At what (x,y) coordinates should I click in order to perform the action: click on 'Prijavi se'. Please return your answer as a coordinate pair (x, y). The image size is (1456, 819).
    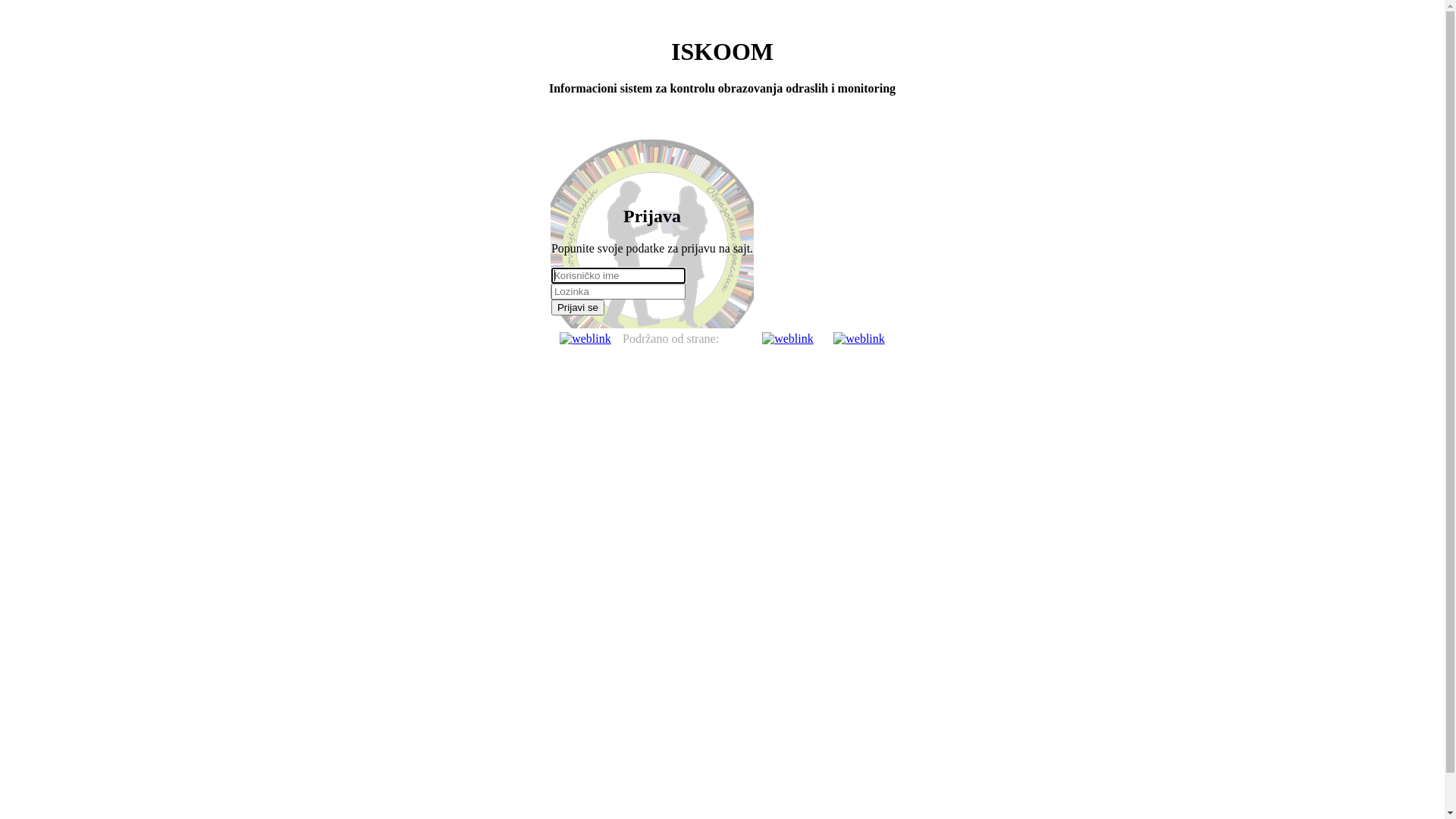
    Looking at the image, I should click on (577, 307).